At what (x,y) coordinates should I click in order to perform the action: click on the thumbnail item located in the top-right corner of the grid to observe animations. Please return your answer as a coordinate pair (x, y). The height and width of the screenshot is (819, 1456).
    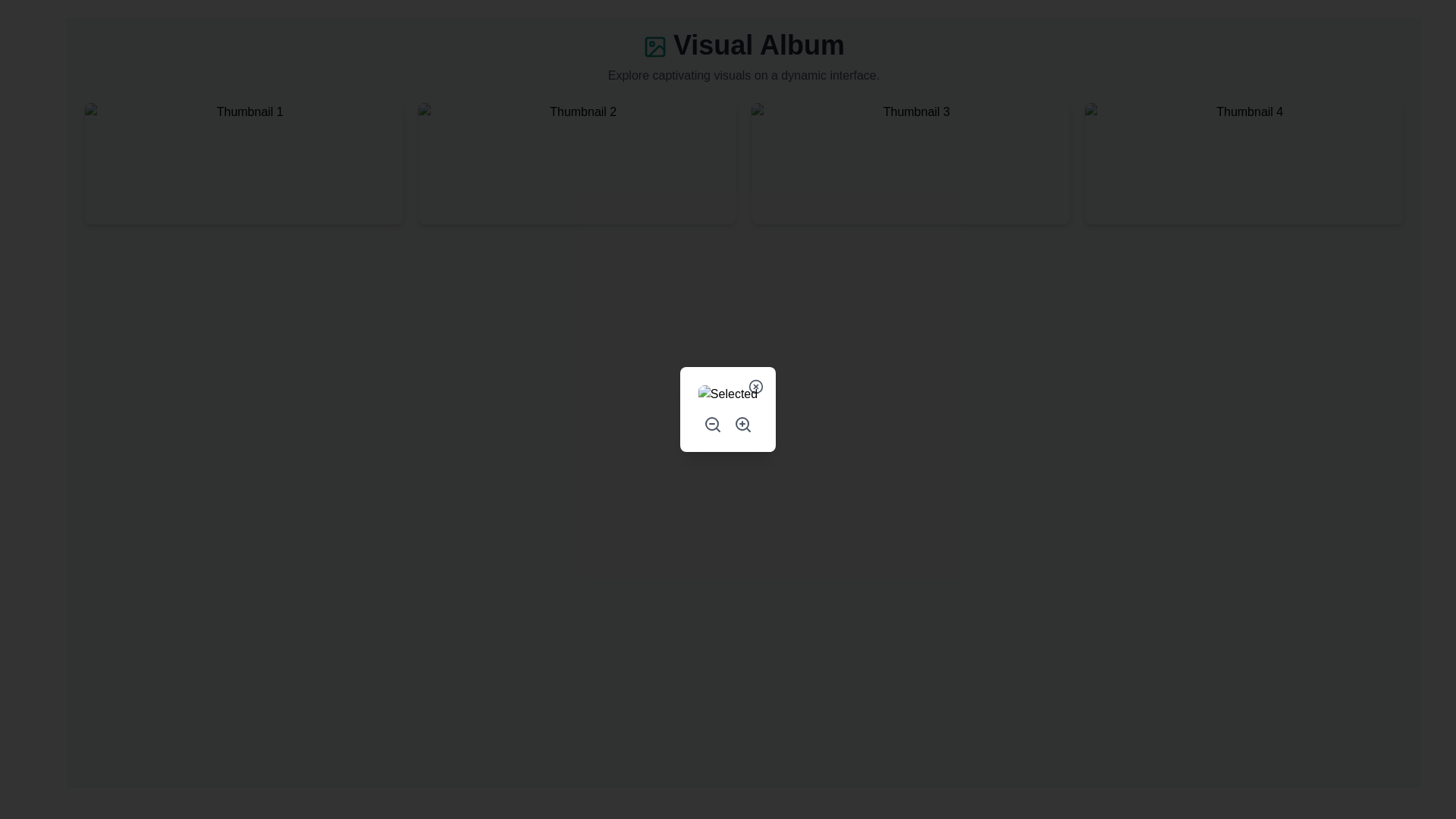
    Looking at the image, I should click on (1244, 164).